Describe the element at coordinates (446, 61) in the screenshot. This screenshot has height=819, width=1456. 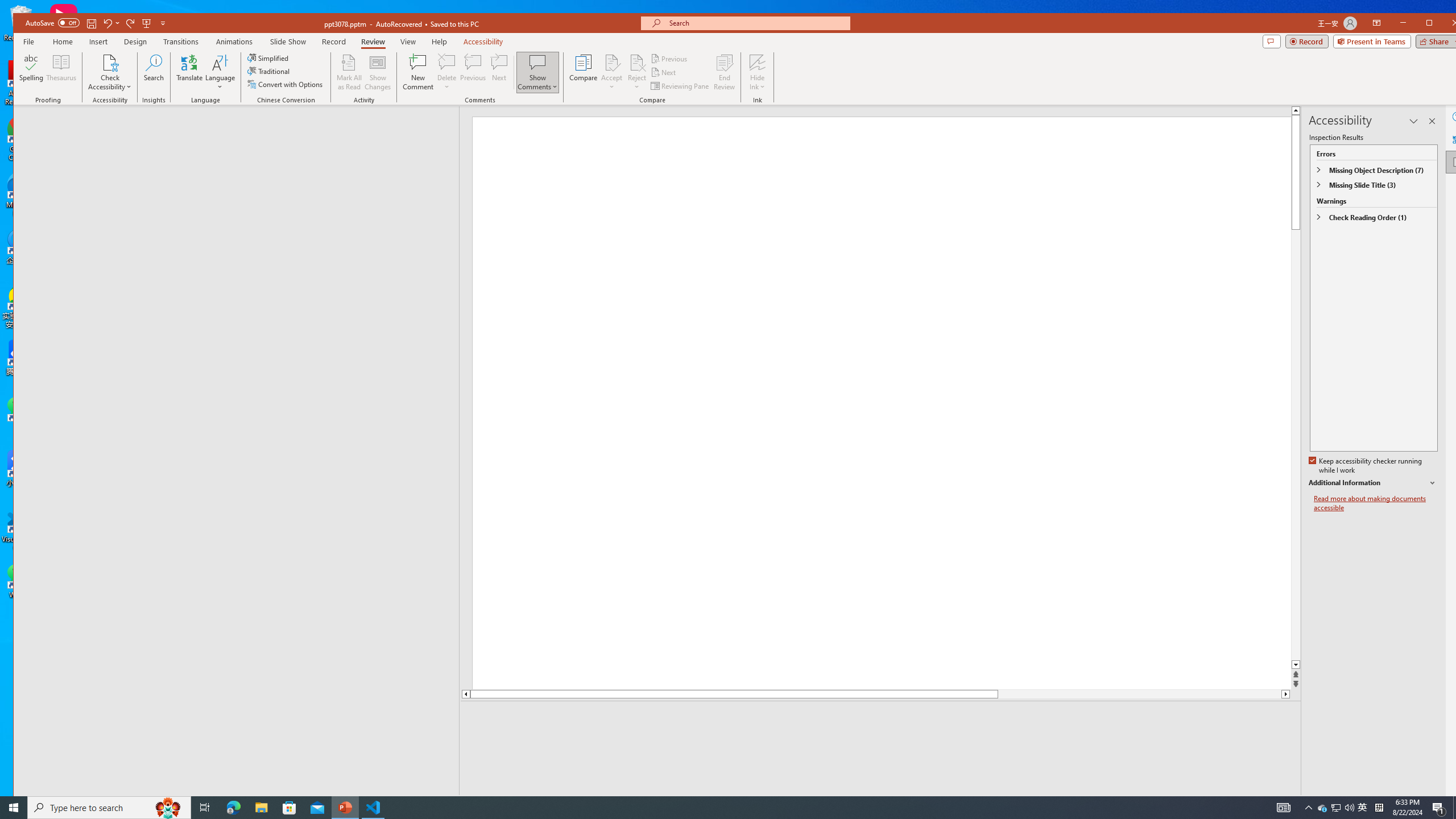
I see `'Delete'` at that location.